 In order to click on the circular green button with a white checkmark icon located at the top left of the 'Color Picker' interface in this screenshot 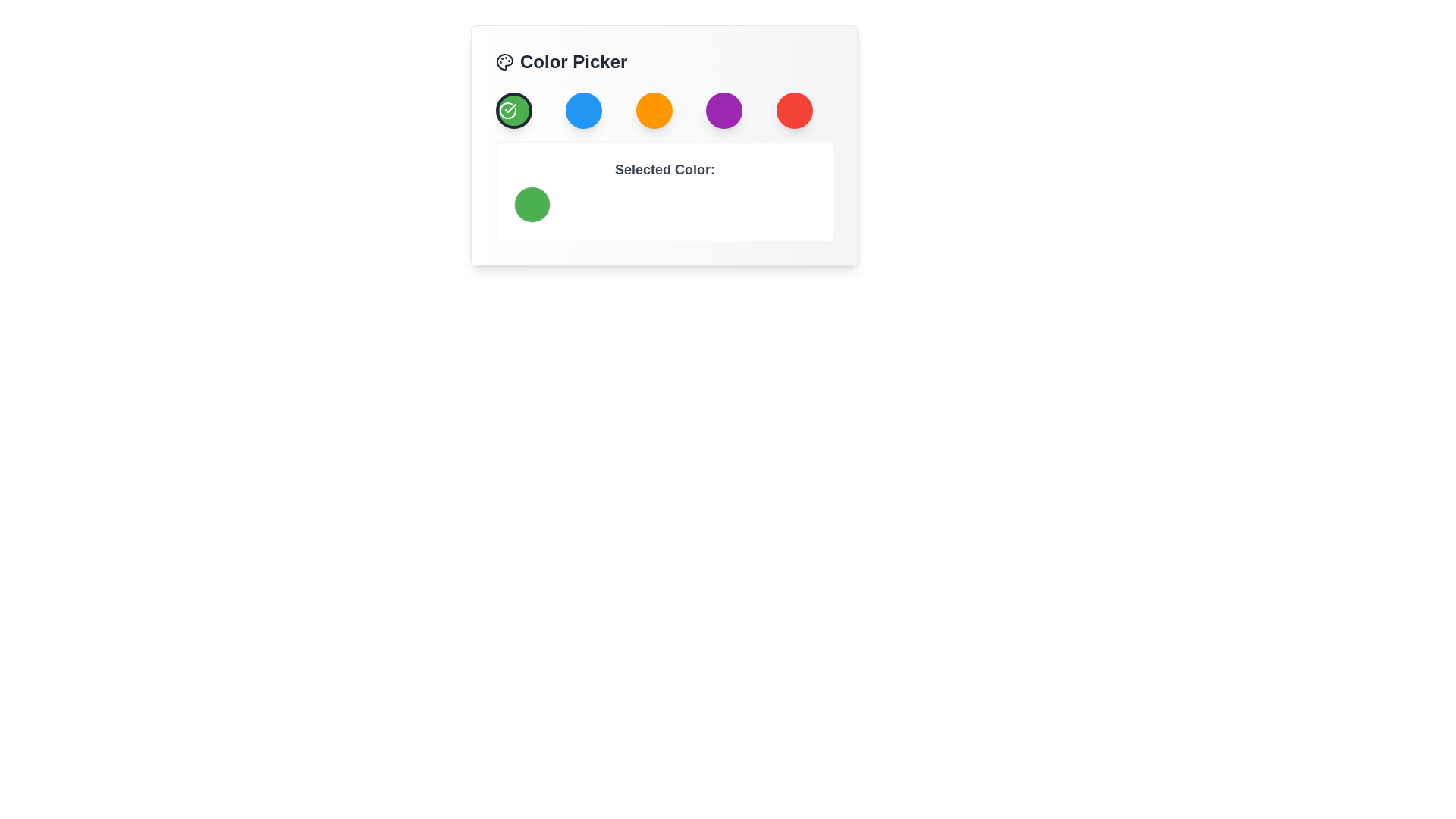, I will do `click(513, 110)`.